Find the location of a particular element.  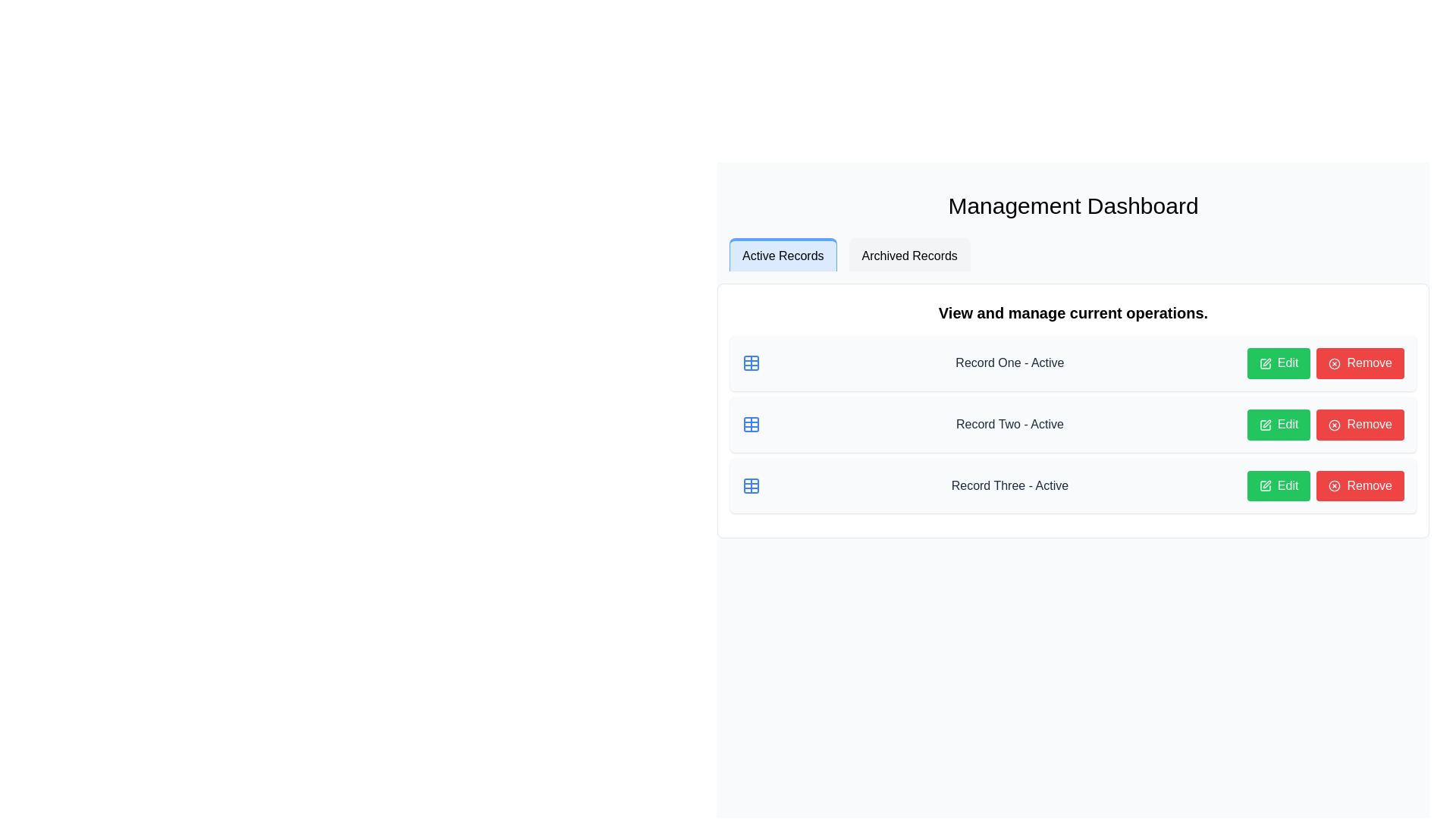

the remove icon located within the red 'Remove' button at the rightmost part of an active record's row in the 'Management Dashboard' to initiate the remove action is located at coordinates (1335, 486).